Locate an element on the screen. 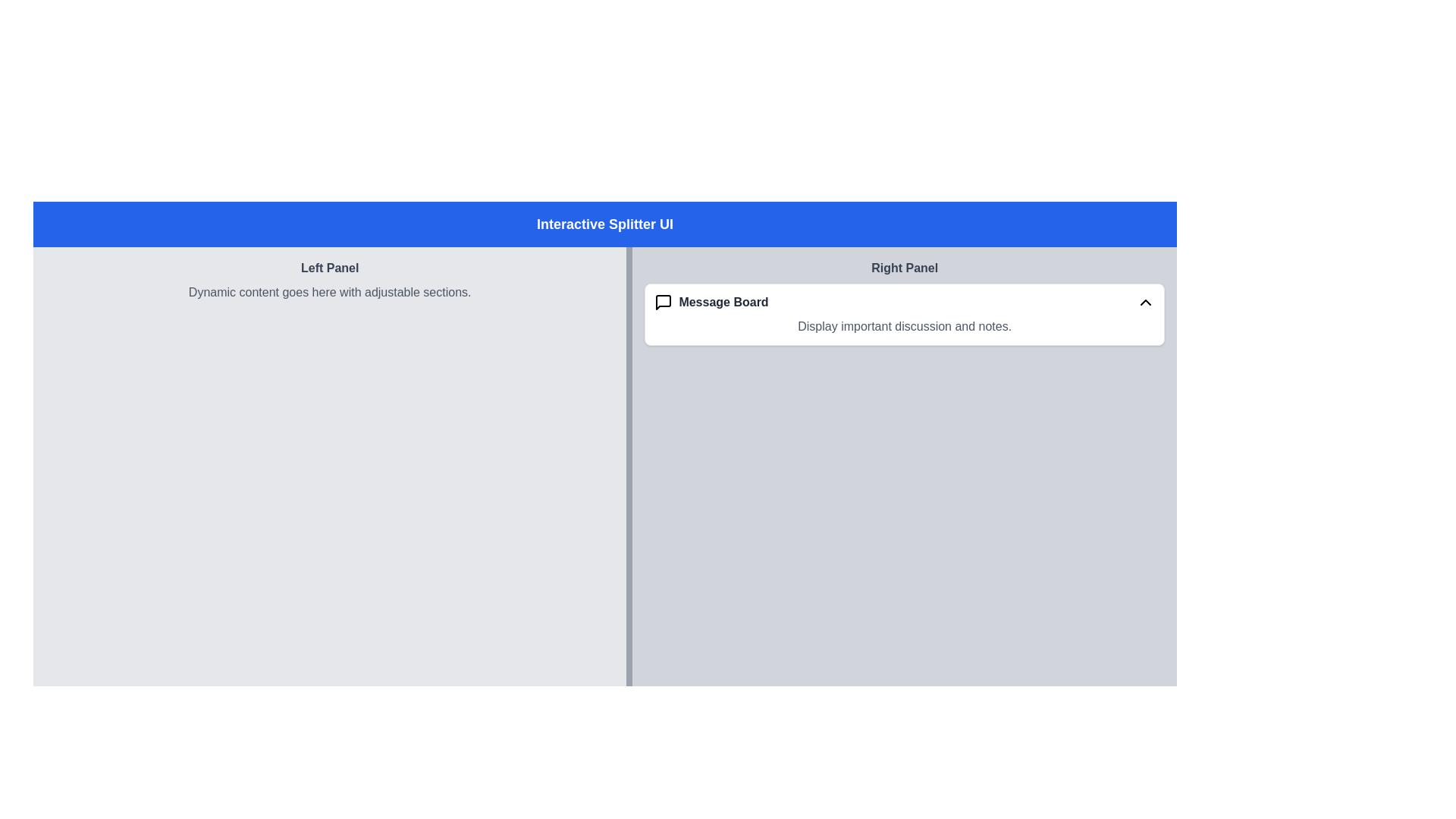 Image resolution: width=1456 pixels, height=819 pixels. the upward-pointing chevron icon located at the top-right corner of the Right Panel is located at coordinates (1146, 302).